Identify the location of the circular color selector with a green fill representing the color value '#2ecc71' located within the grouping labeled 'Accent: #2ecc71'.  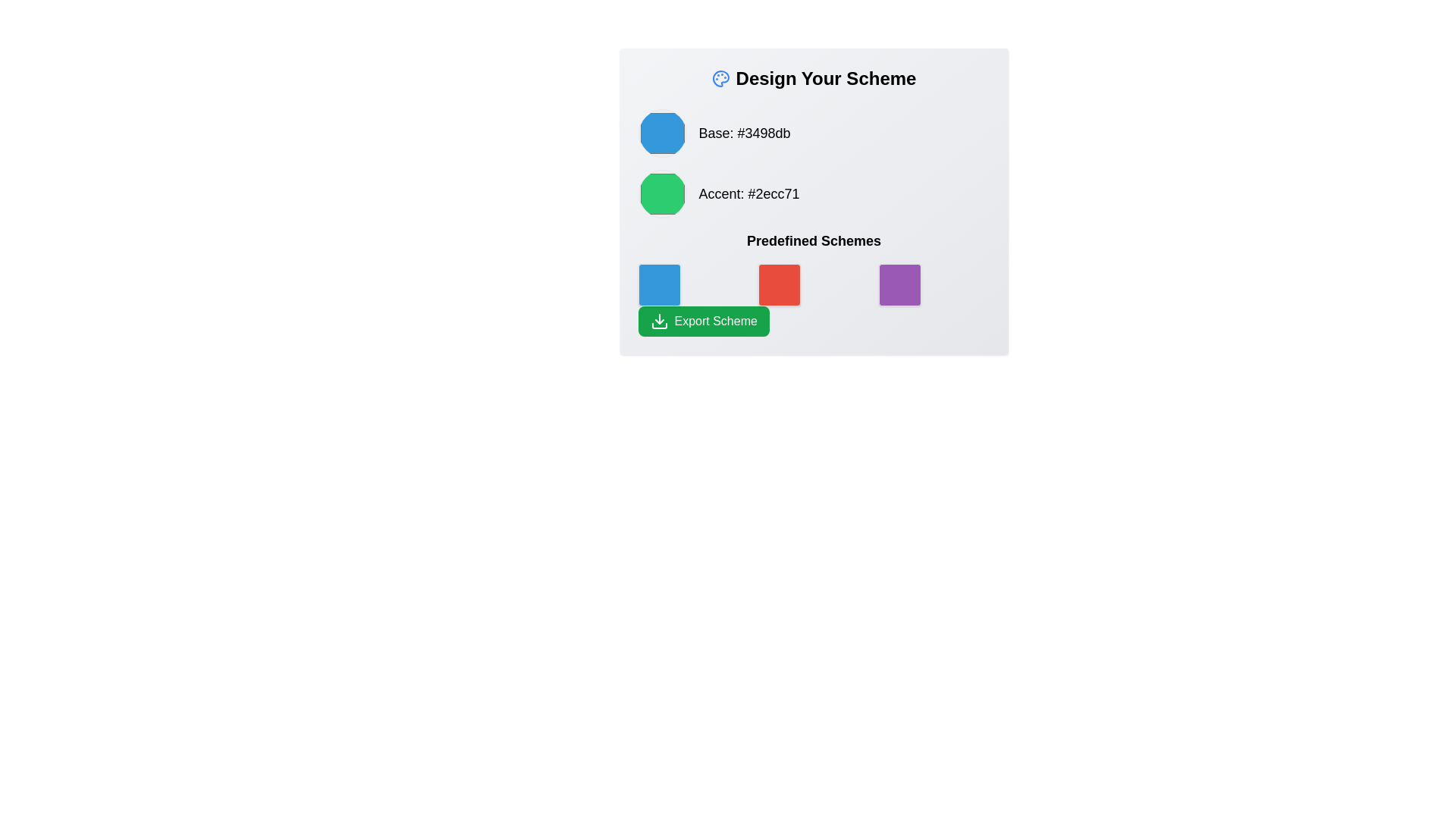
(662, 193).